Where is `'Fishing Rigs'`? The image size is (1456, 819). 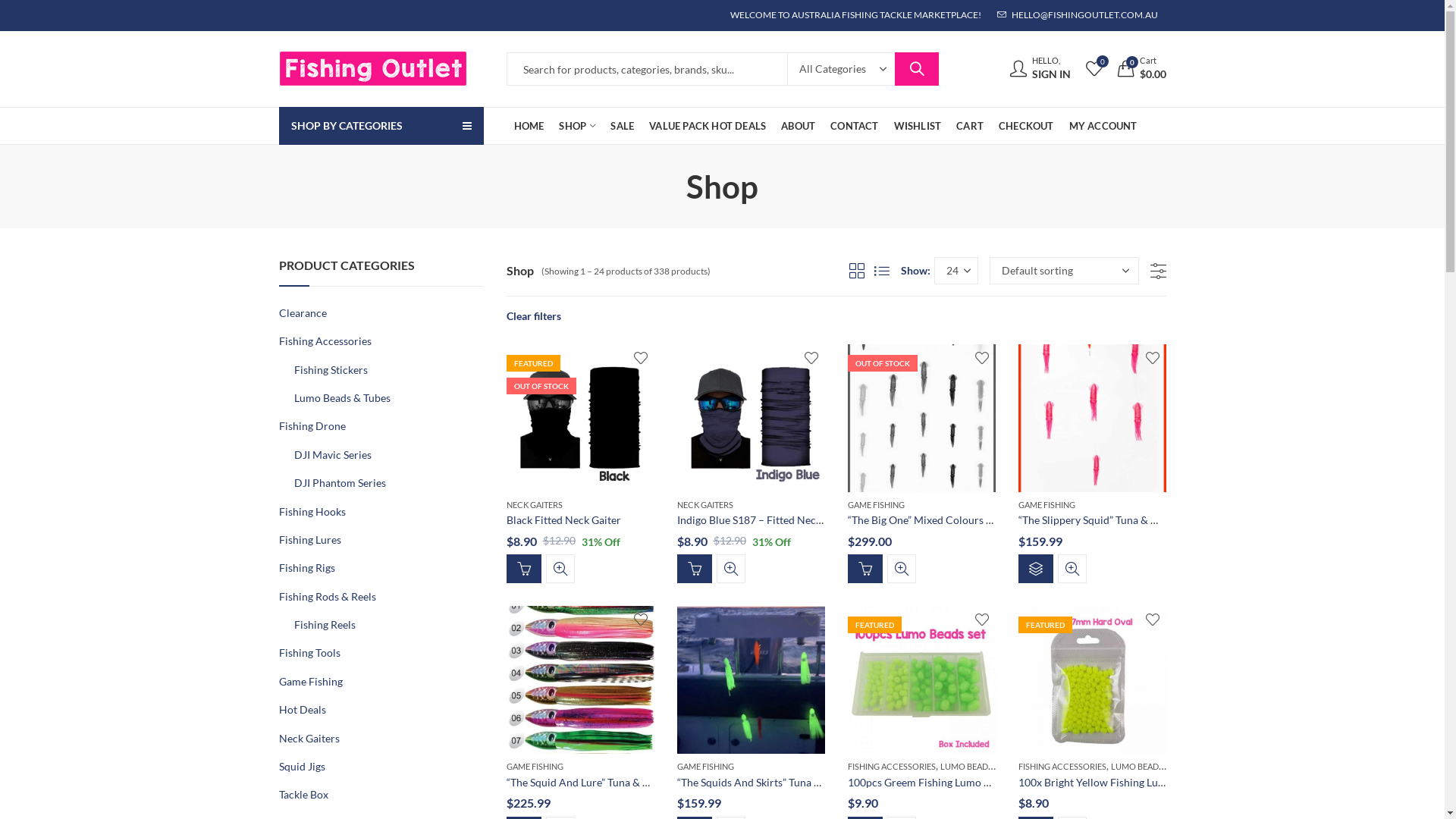 'Fishing Rigs' is located at coordinates (306, 567).